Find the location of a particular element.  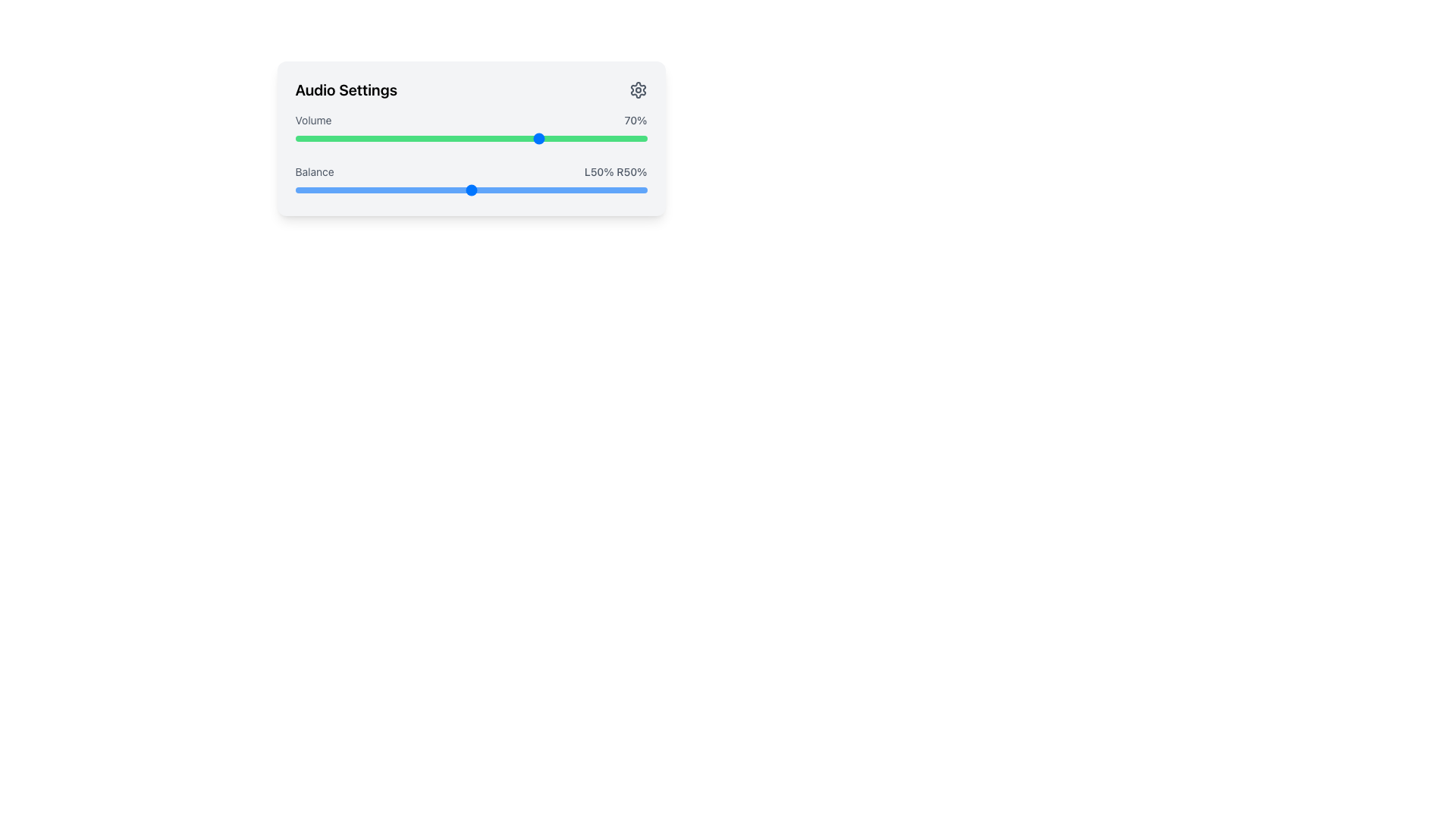

the volume level is located at coordinates (344, 138).